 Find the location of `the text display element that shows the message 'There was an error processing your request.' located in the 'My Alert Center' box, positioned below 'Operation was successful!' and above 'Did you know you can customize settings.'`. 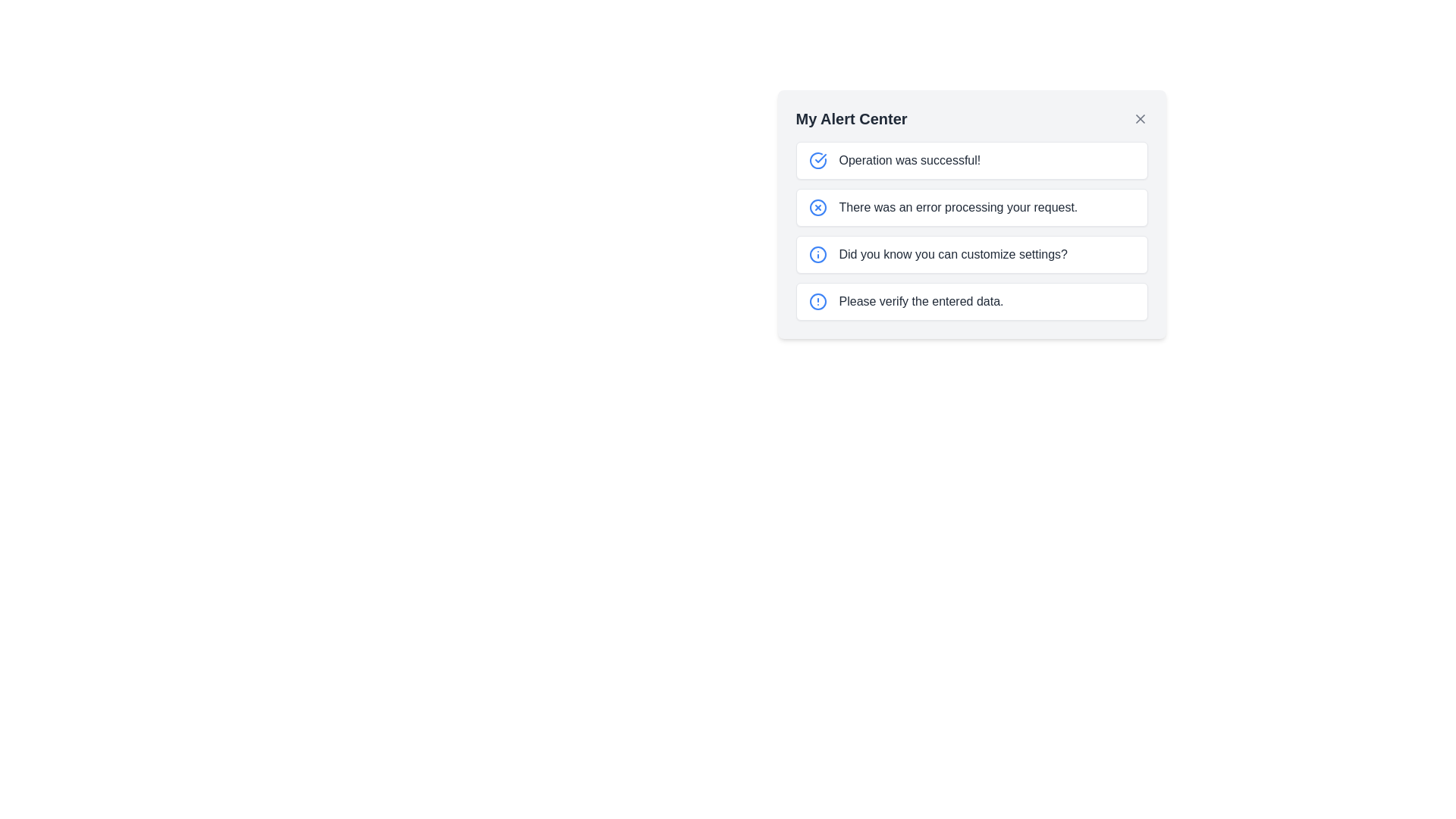

the text display element that shows the message 'There was an error processing your request.' located in the 'My Alert Center' box, positioned below 'Operation was successful!' and above 'Did you know you can customize settings.' is located at coordinates (957, 207).